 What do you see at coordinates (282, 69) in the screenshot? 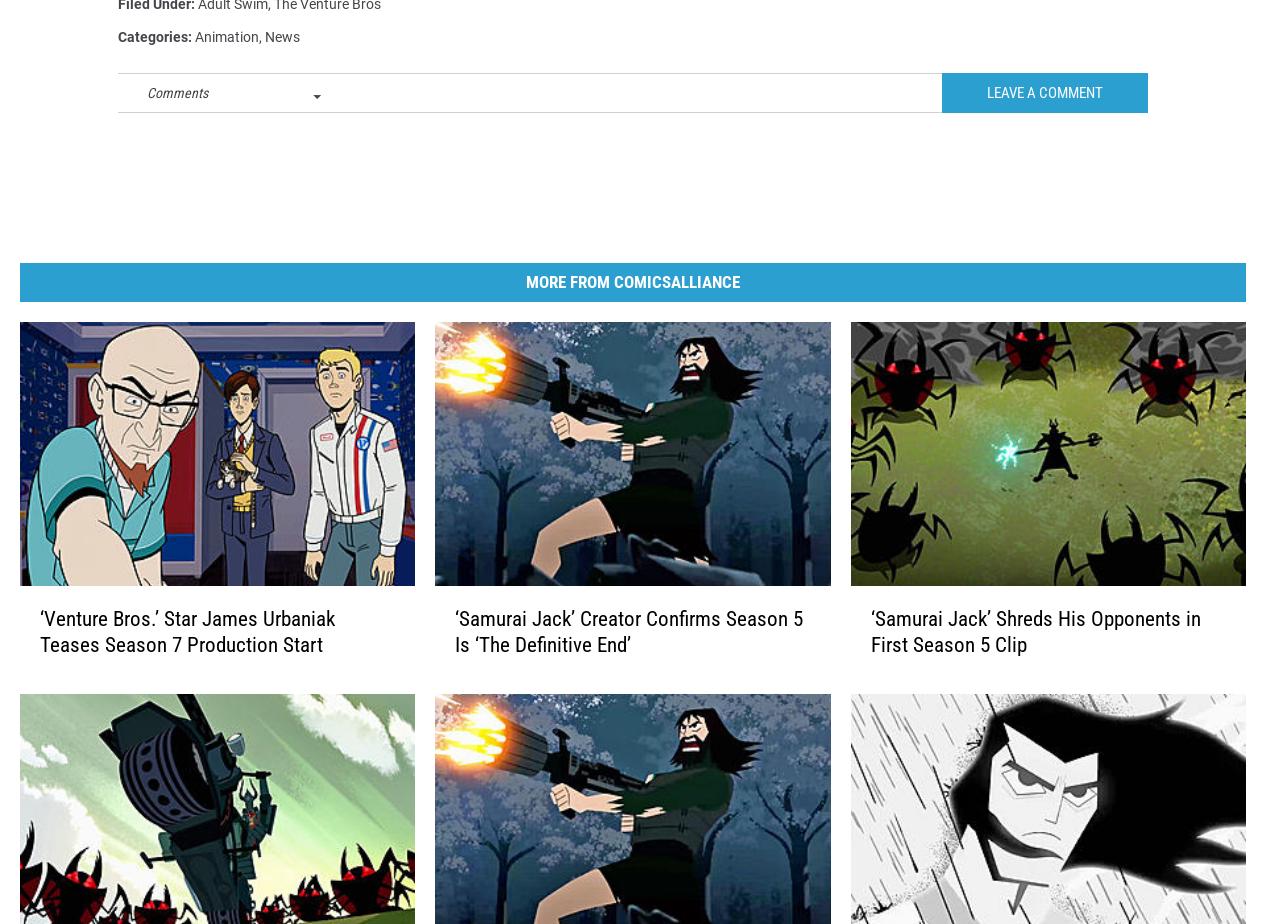
I see `'News'` at bounding box center [282, 69].